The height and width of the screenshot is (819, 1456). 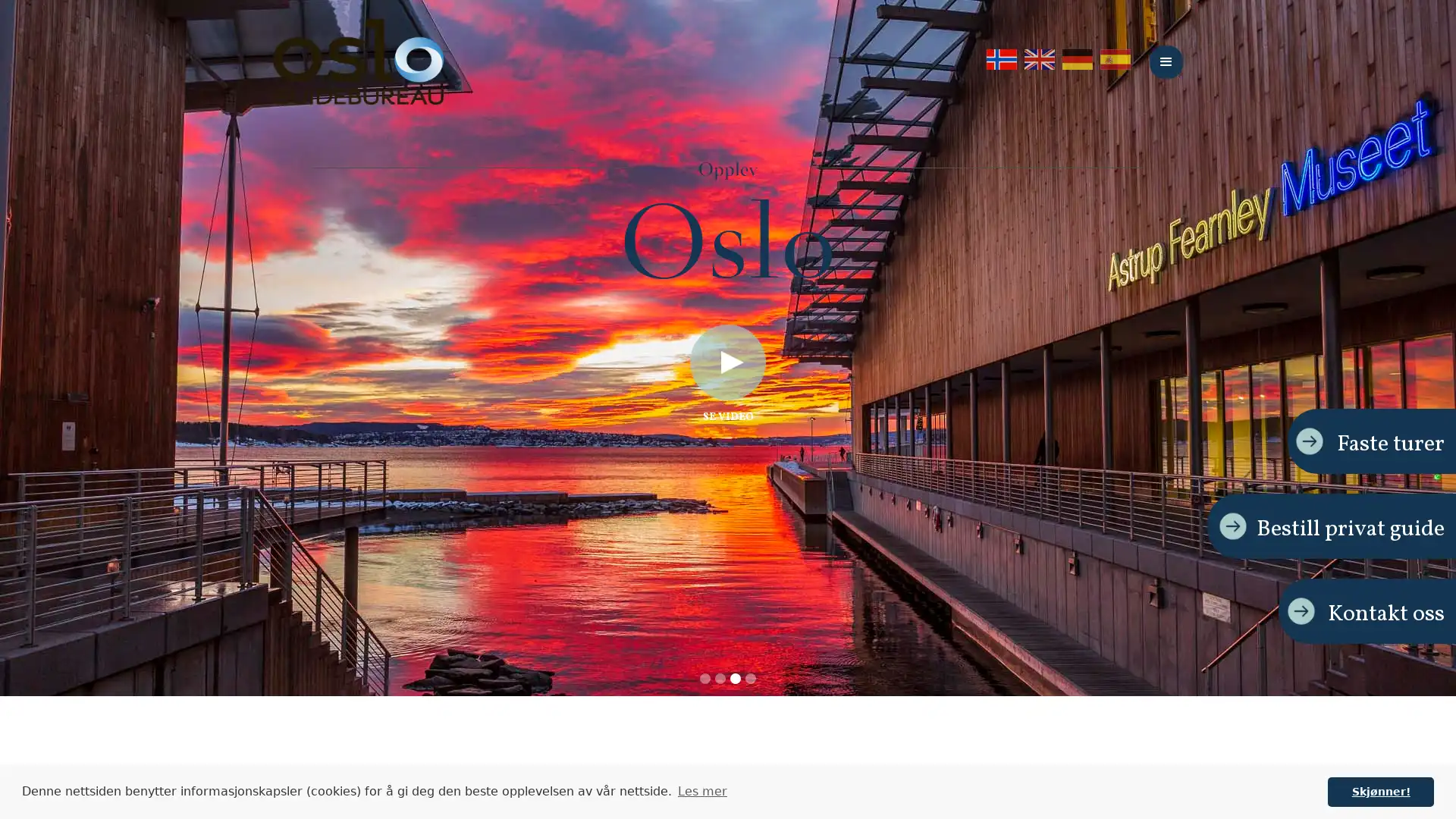 What do you see at coordinates (1380, 791) in the screenshot?
I see `dismiss cookie message` at bounding box center [1380, 791].